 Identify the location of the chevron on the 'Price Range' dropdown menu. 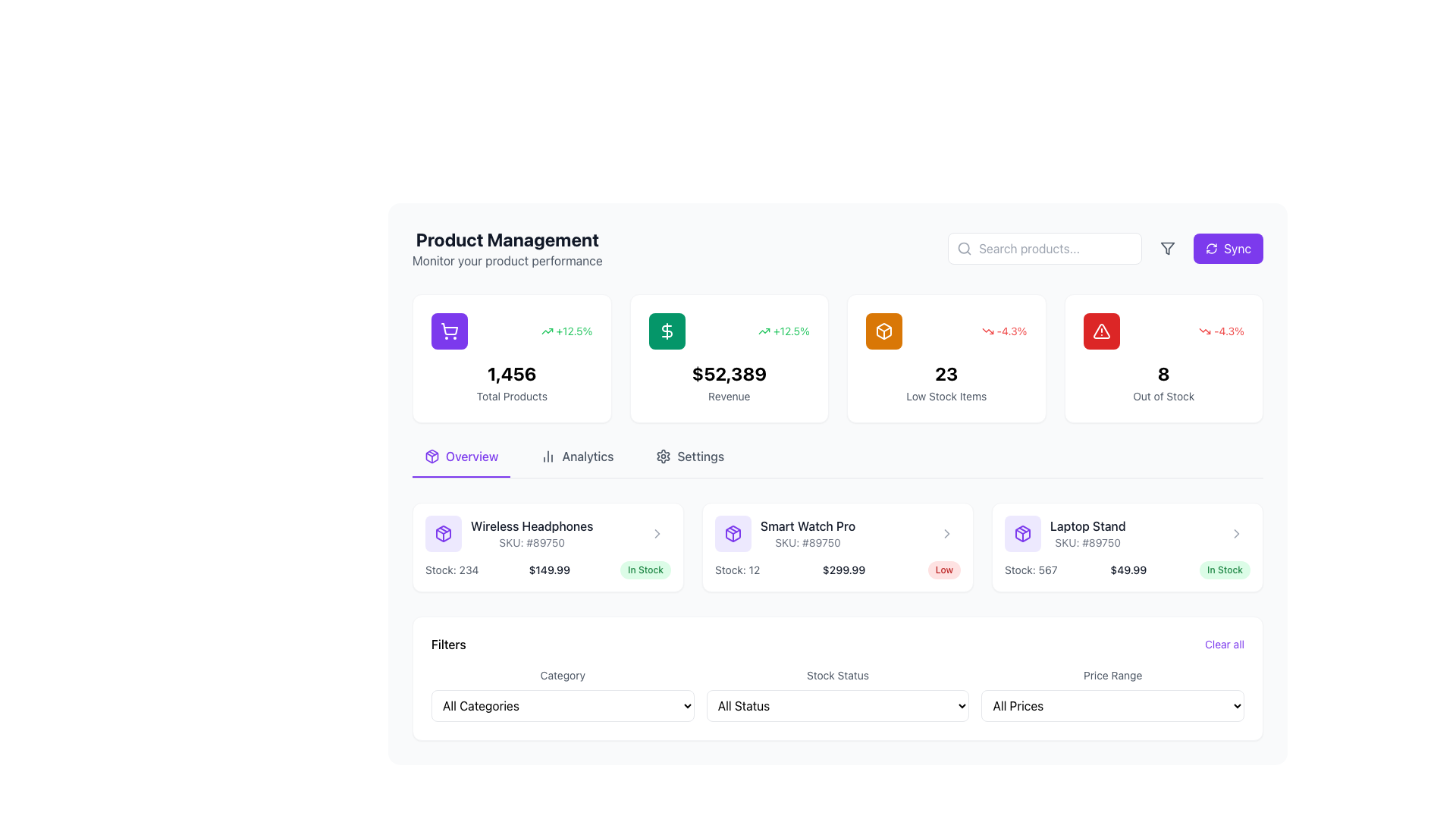
(1112, 705).